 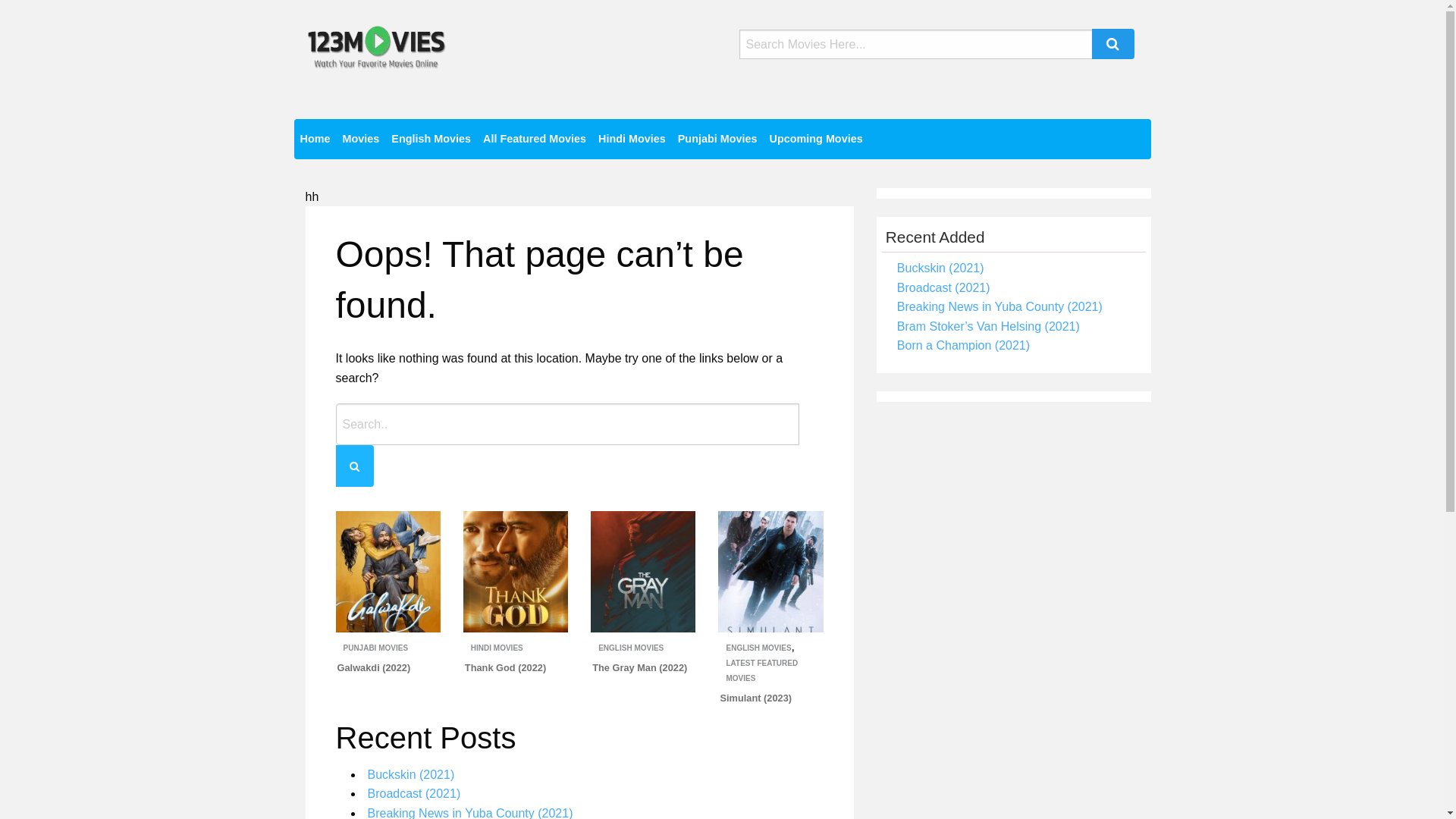 I want to click on 'Born a Champion (2021)', so click(x=962, y=345).